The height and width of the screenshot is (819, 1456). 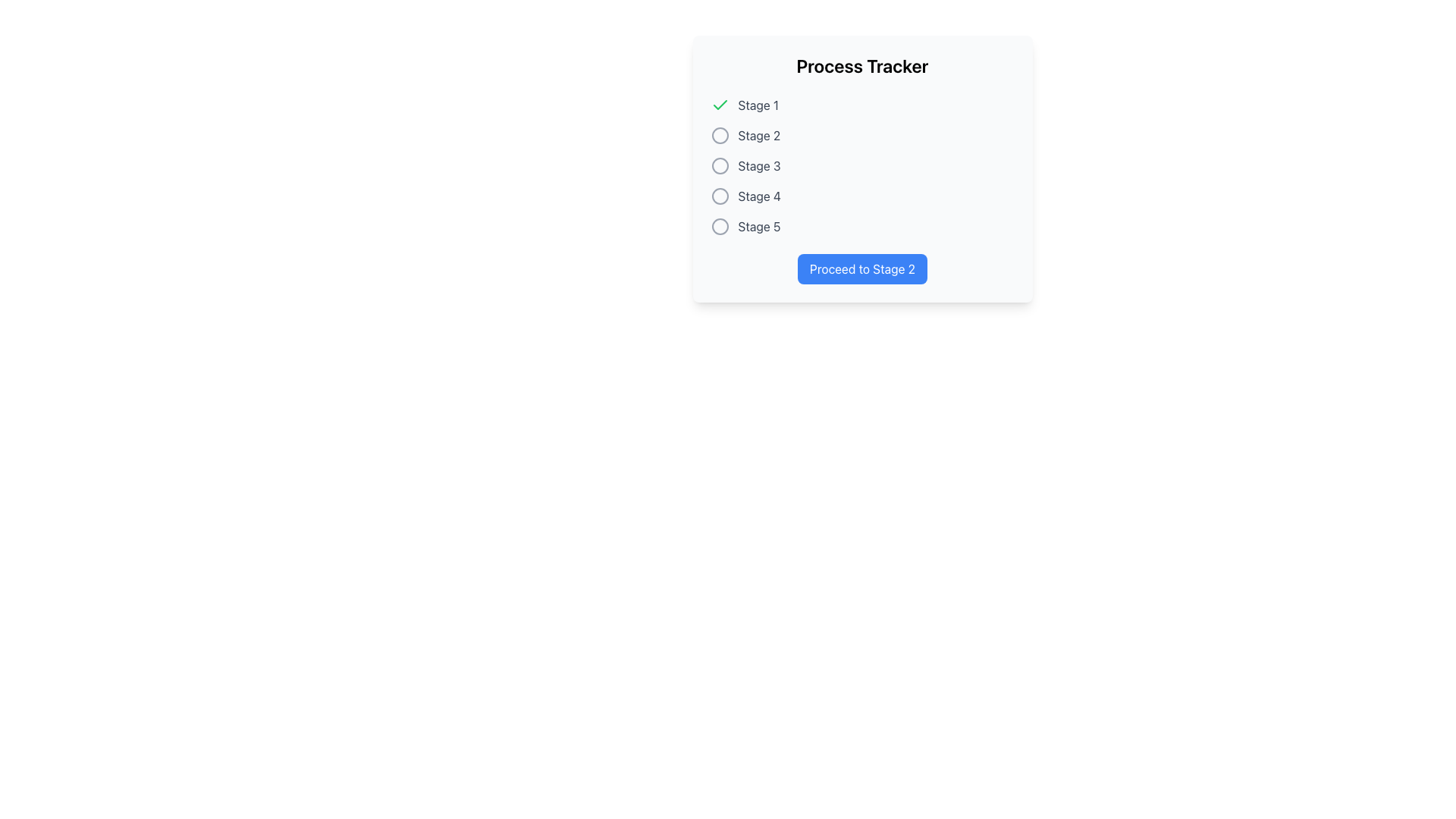 What do you see at coordinates (719, 227) in the screenshot?
I see `the inactive radio button to the left of the text 'Stage 5'` at bounding box center [719, 227].